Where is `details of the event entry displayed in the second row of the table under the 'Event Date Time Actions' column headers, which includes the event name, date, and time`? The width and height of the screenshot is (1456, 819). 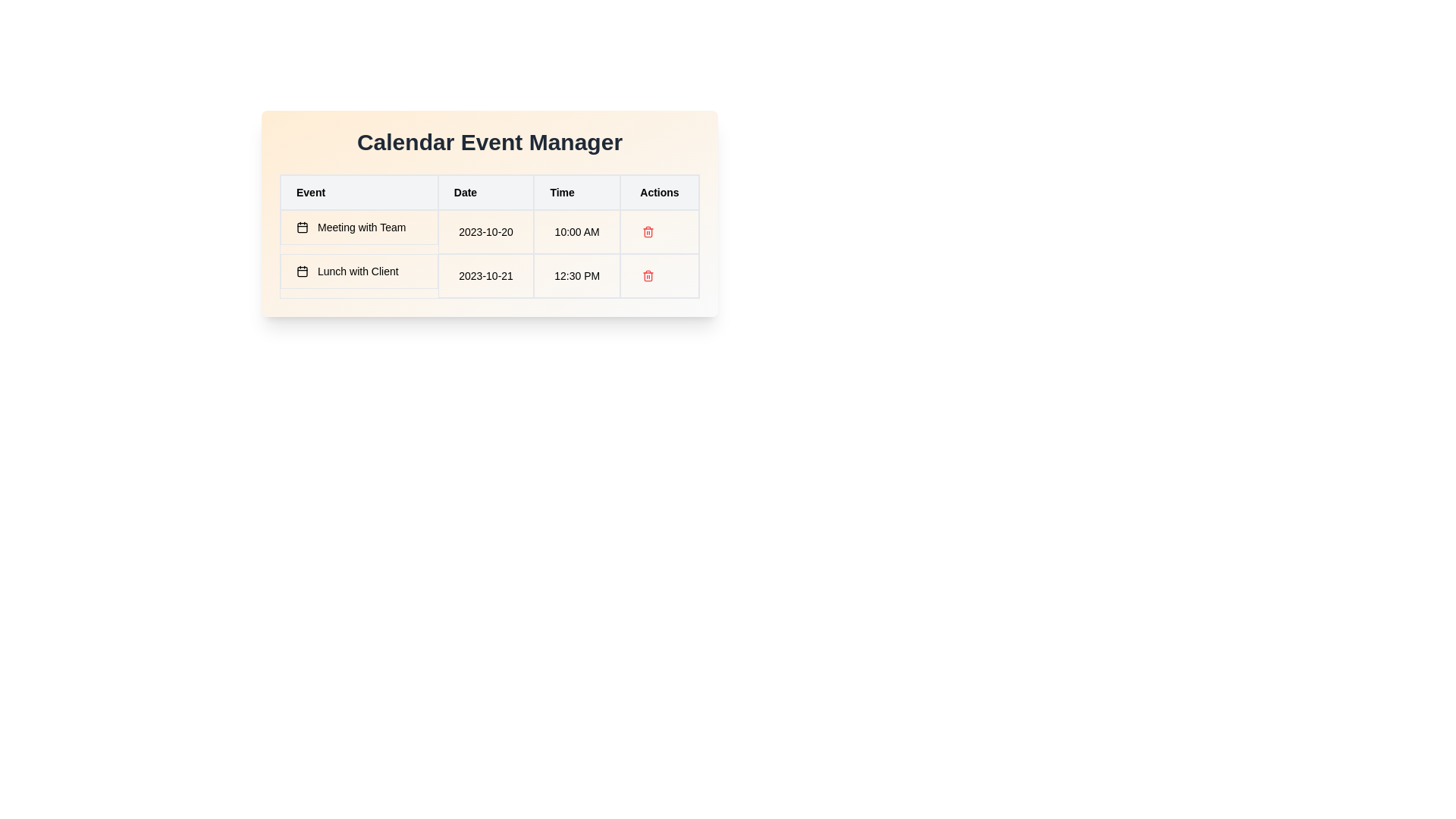
details of the event entry displayed in the second row of the table under the 'Event Date Time Actions' column headers, which includes the event name, date, and time is located at coordinates (490, 253).